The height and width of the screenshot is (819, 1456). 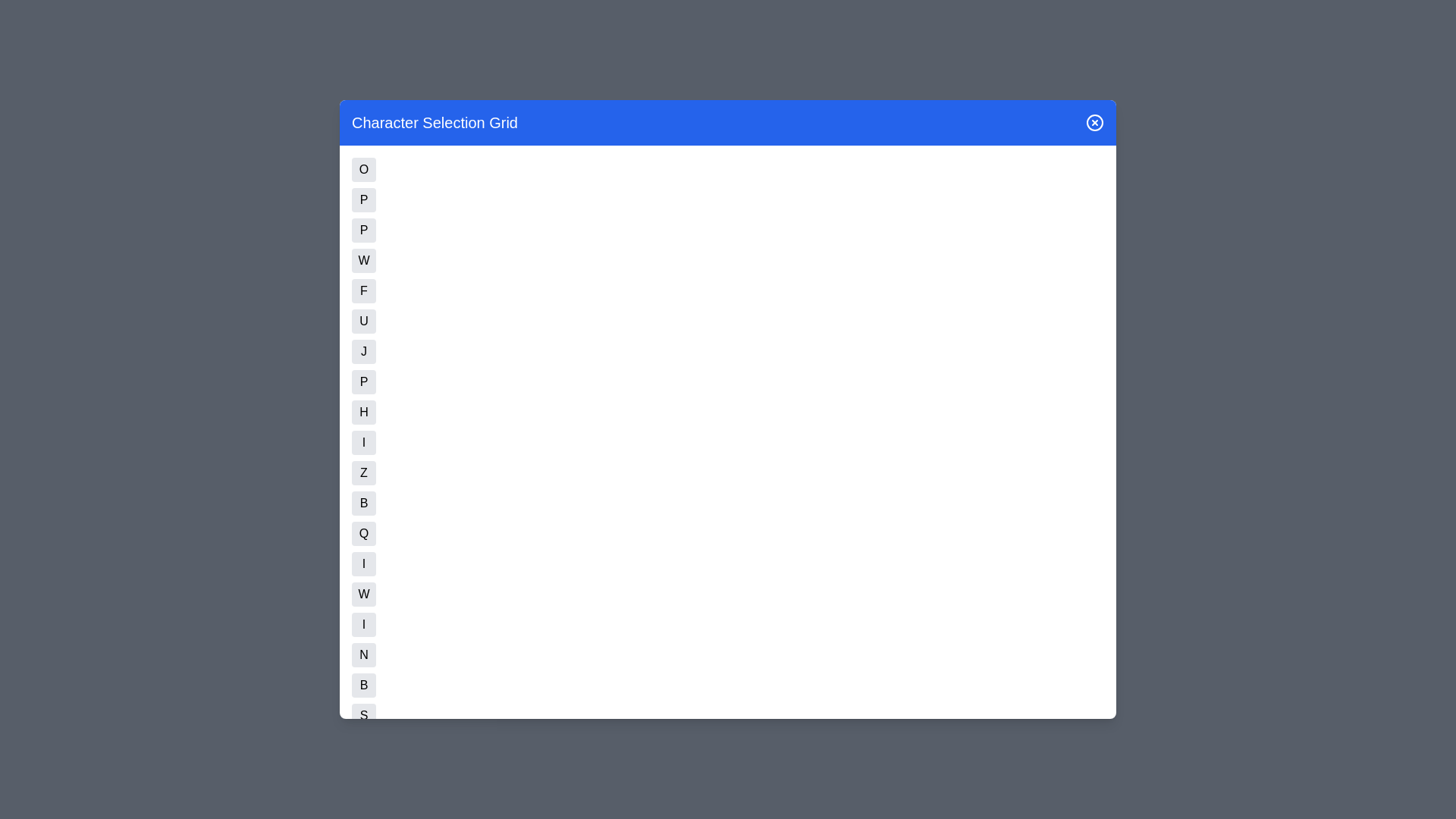 I want to click on the button corresponding to character J, so click(x=364, y=351).